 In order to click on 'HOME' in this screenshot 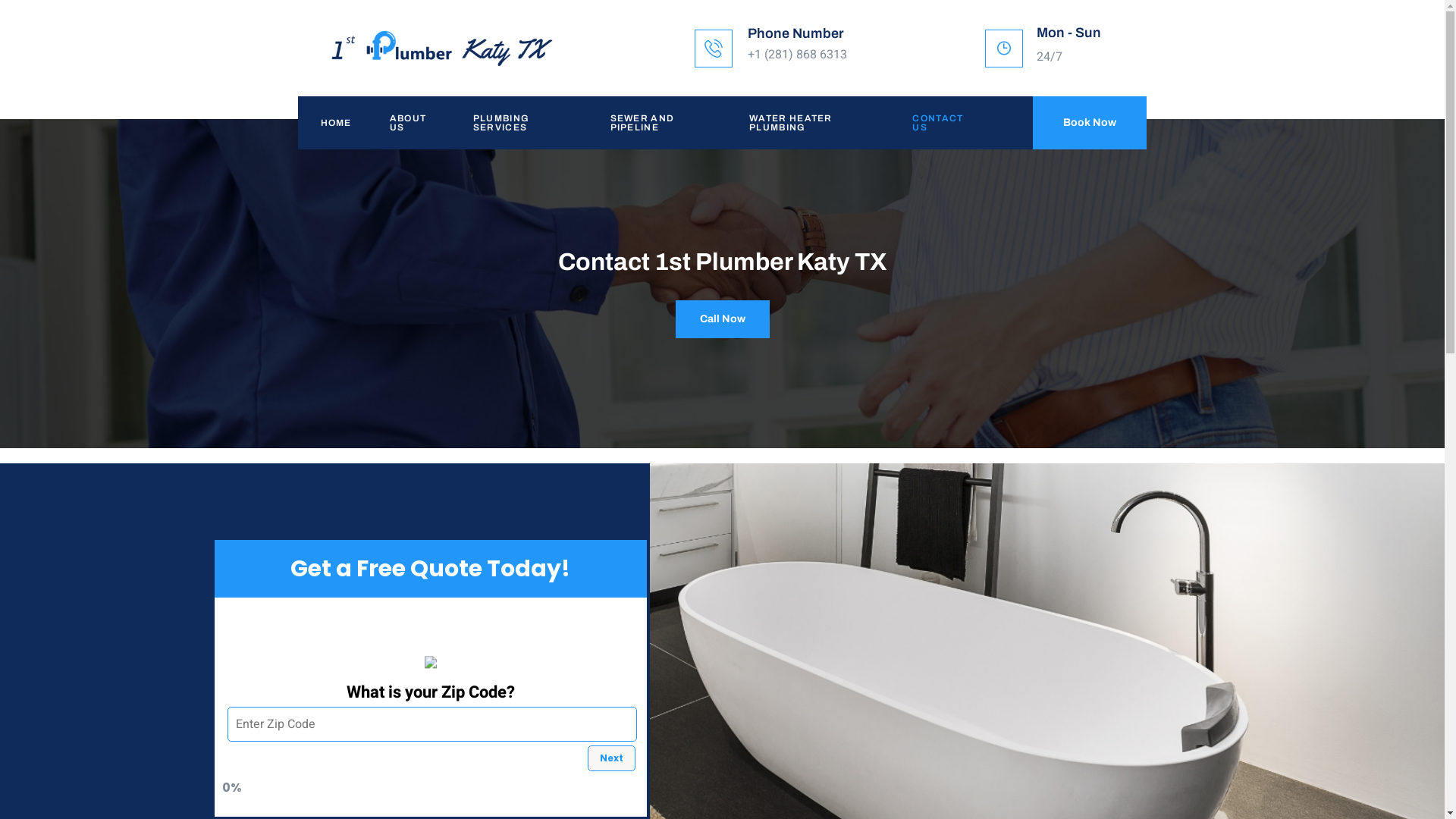, I will do `click(297, 122)`.